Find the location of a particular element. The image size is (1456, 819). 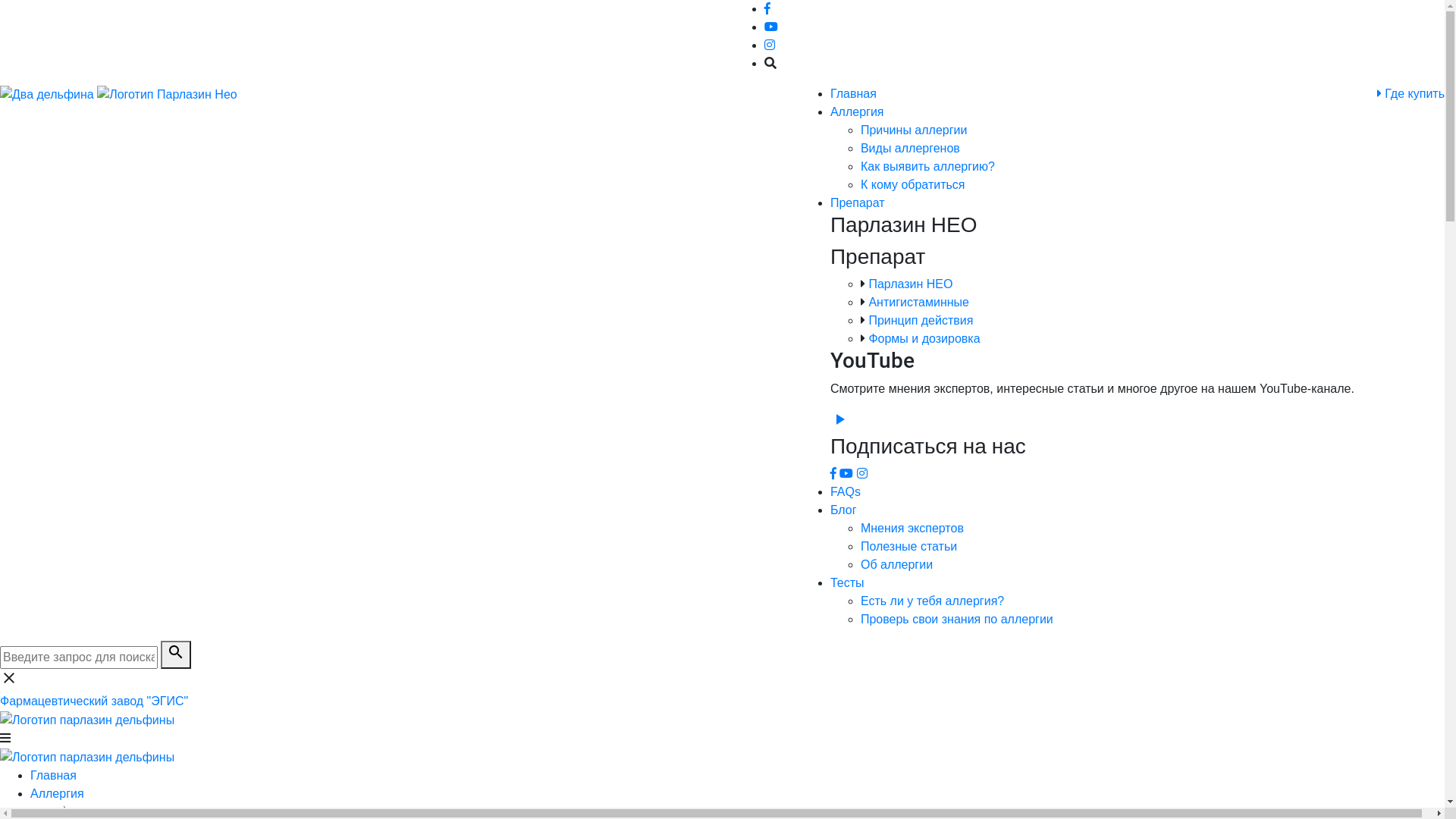

'FAQs' is located at coordinates (844, 491).